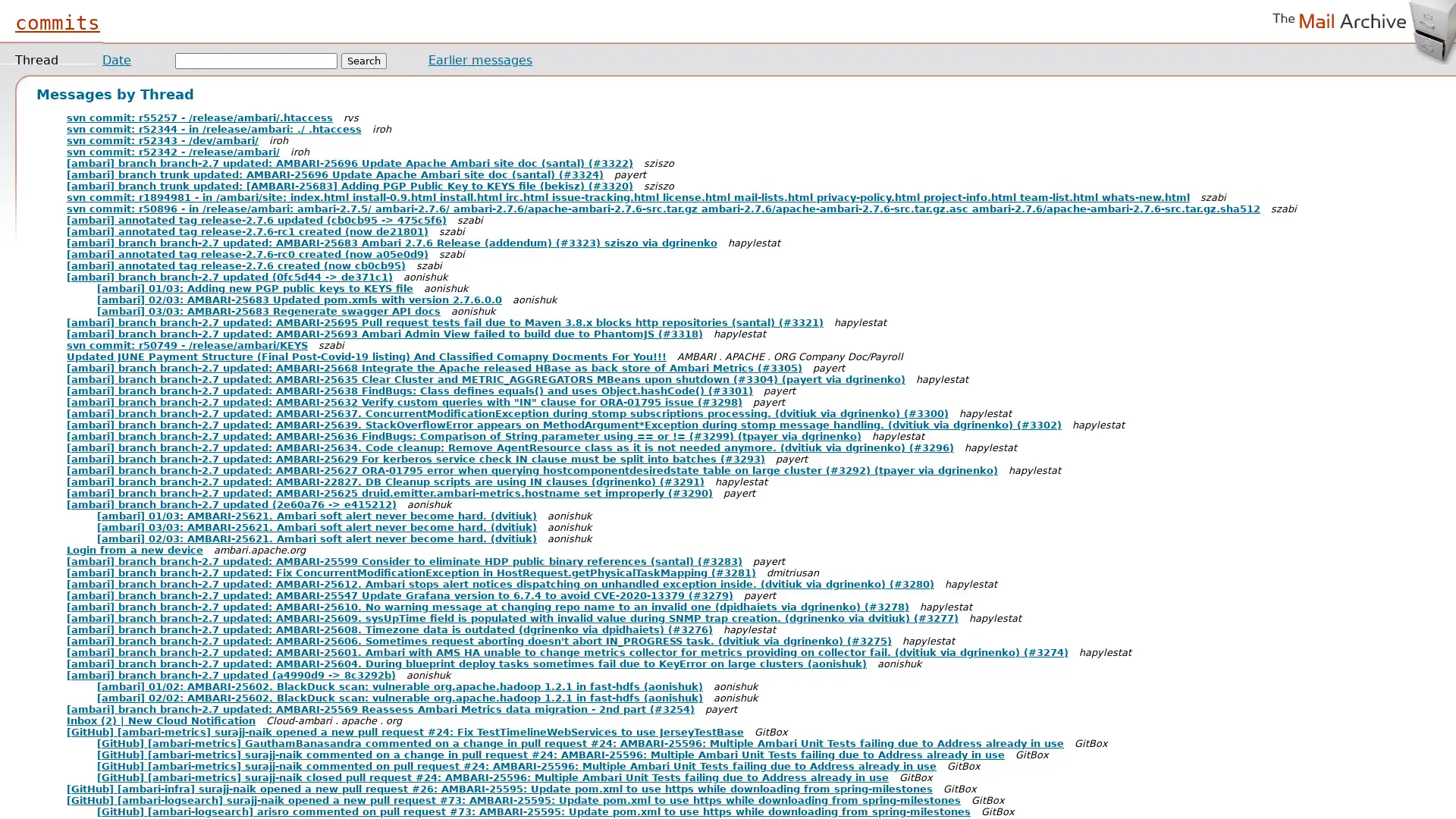 The image size is (1456, 819). What do you see at coordinates (364, 60) in the screenshot?
I see `Search` at bounding box center [364, 60].